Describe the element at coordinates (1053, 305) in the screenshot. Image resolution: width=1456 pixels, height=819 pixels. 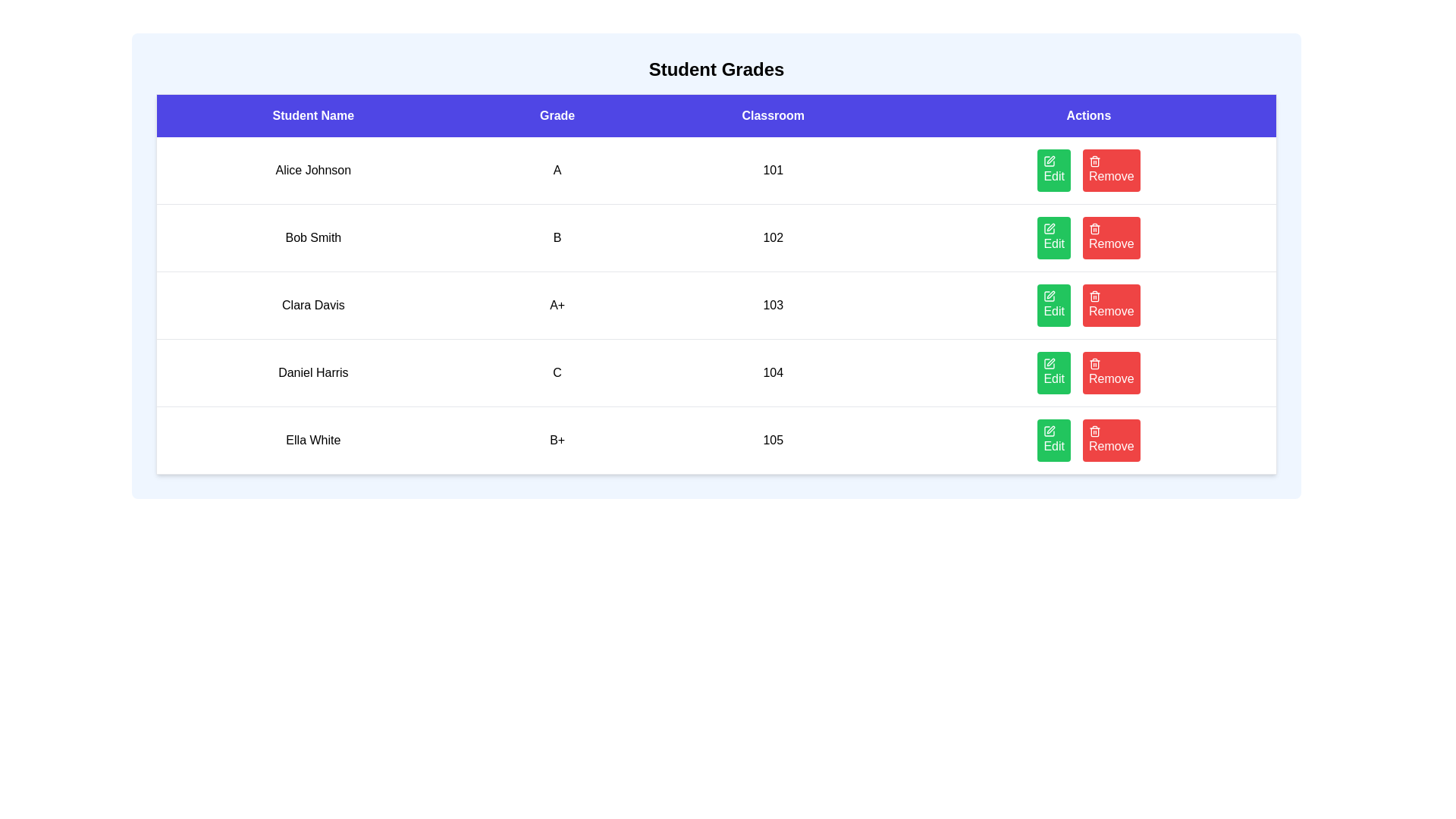
I see `the 'Edit' button for the student named Clara Davis` at that location.